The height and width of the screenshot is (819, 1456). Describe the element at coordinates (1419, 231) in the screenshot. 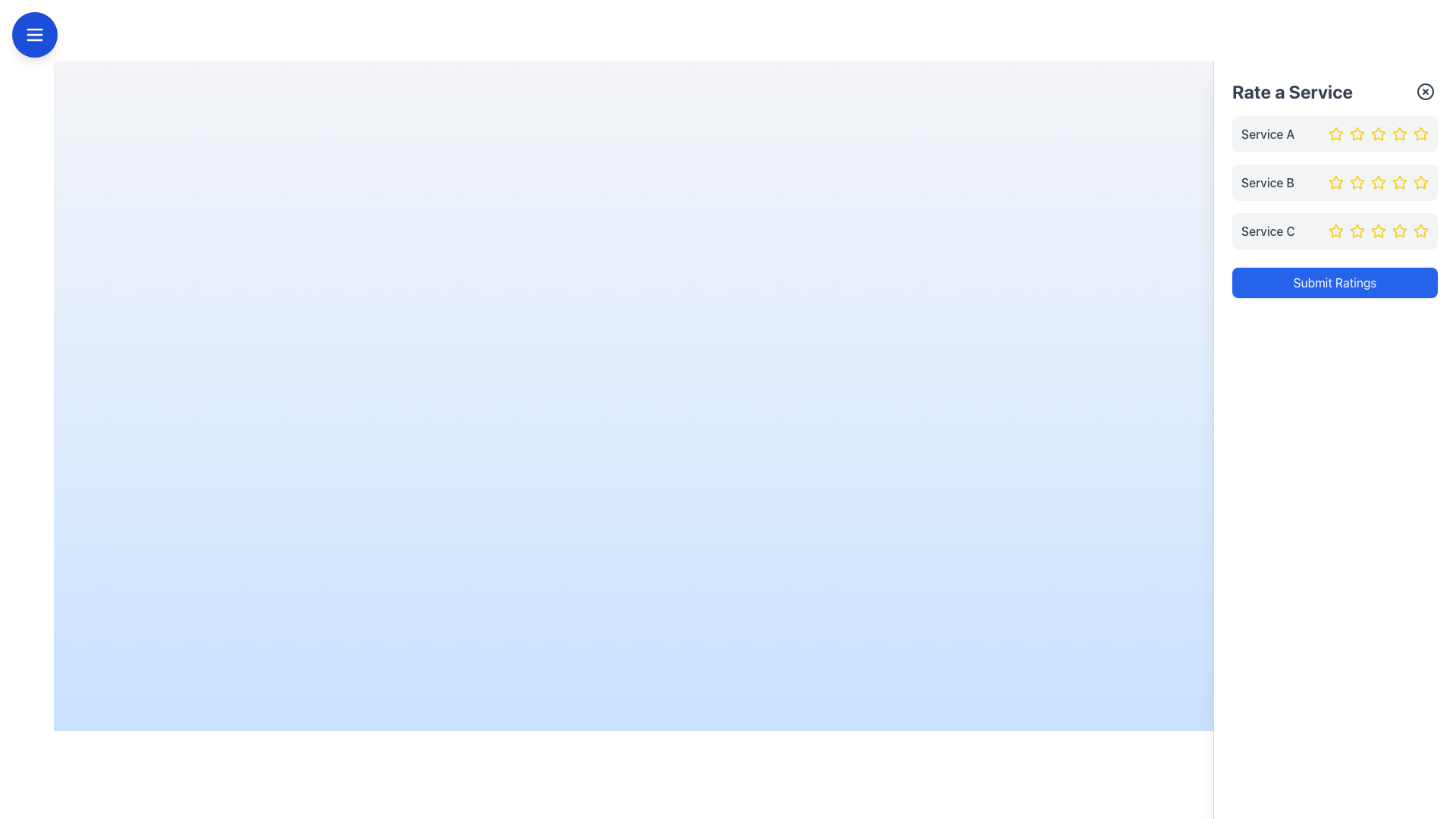

I see `the fifth rating star icon` at that location.